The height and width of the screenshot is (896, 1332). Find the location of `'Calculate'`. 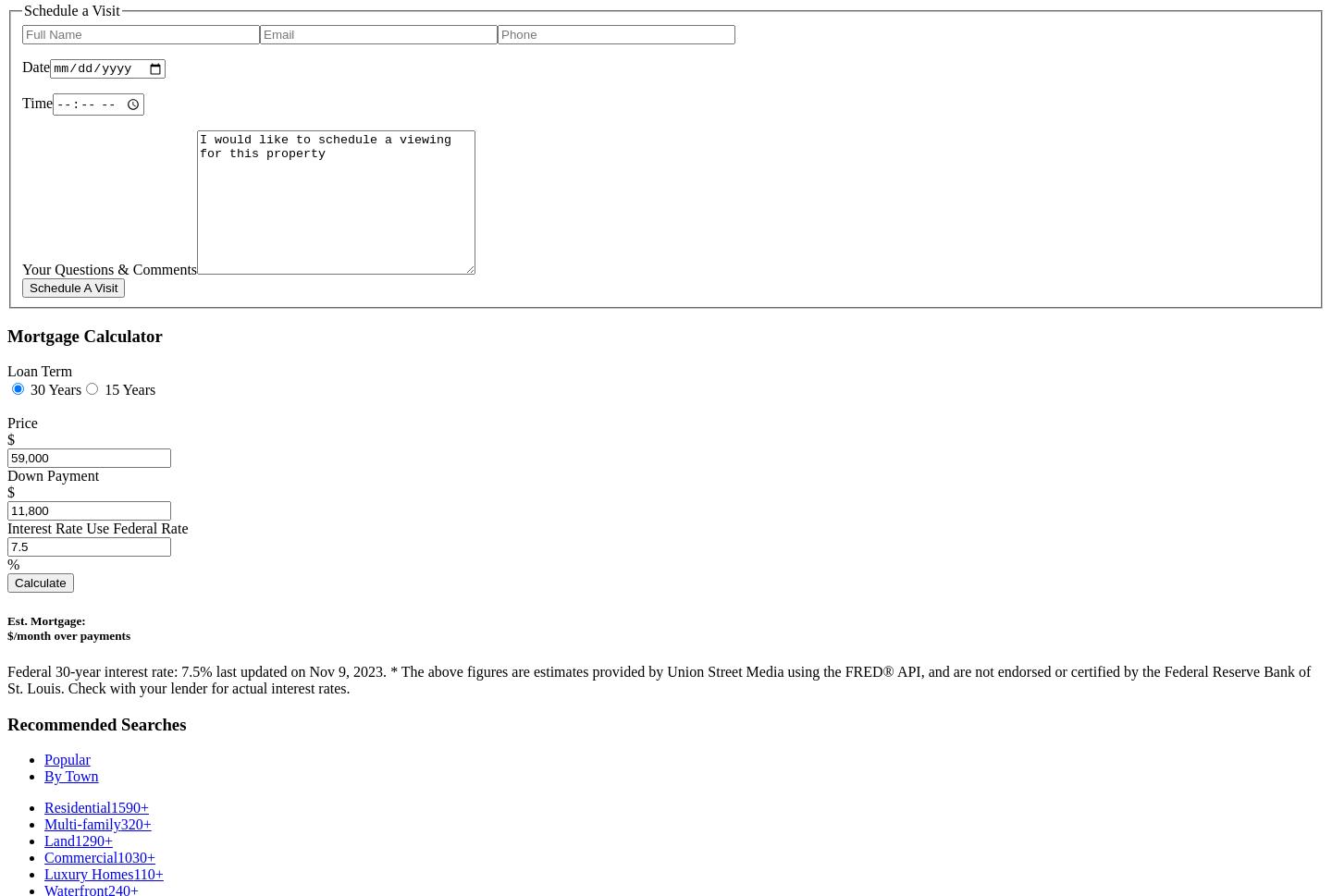

'Calculate' is located at coordinates (39, 583).